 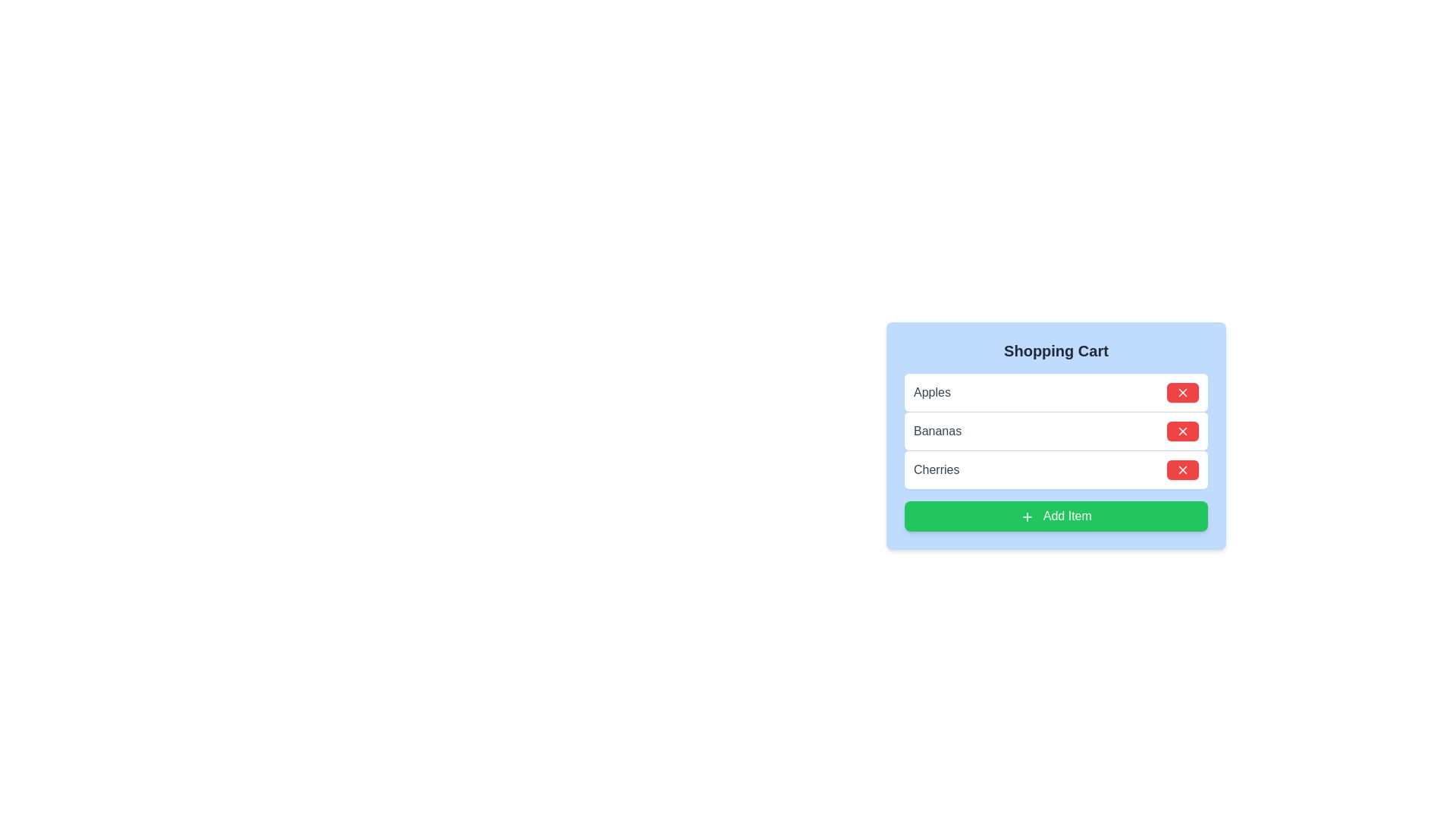 What do you see at coordinates (1182, 431) in the screenshot?
I see `the delete button located immediately to the right of the 'Bananas' item in the shopping cart` at bounding box center [1182, 431].